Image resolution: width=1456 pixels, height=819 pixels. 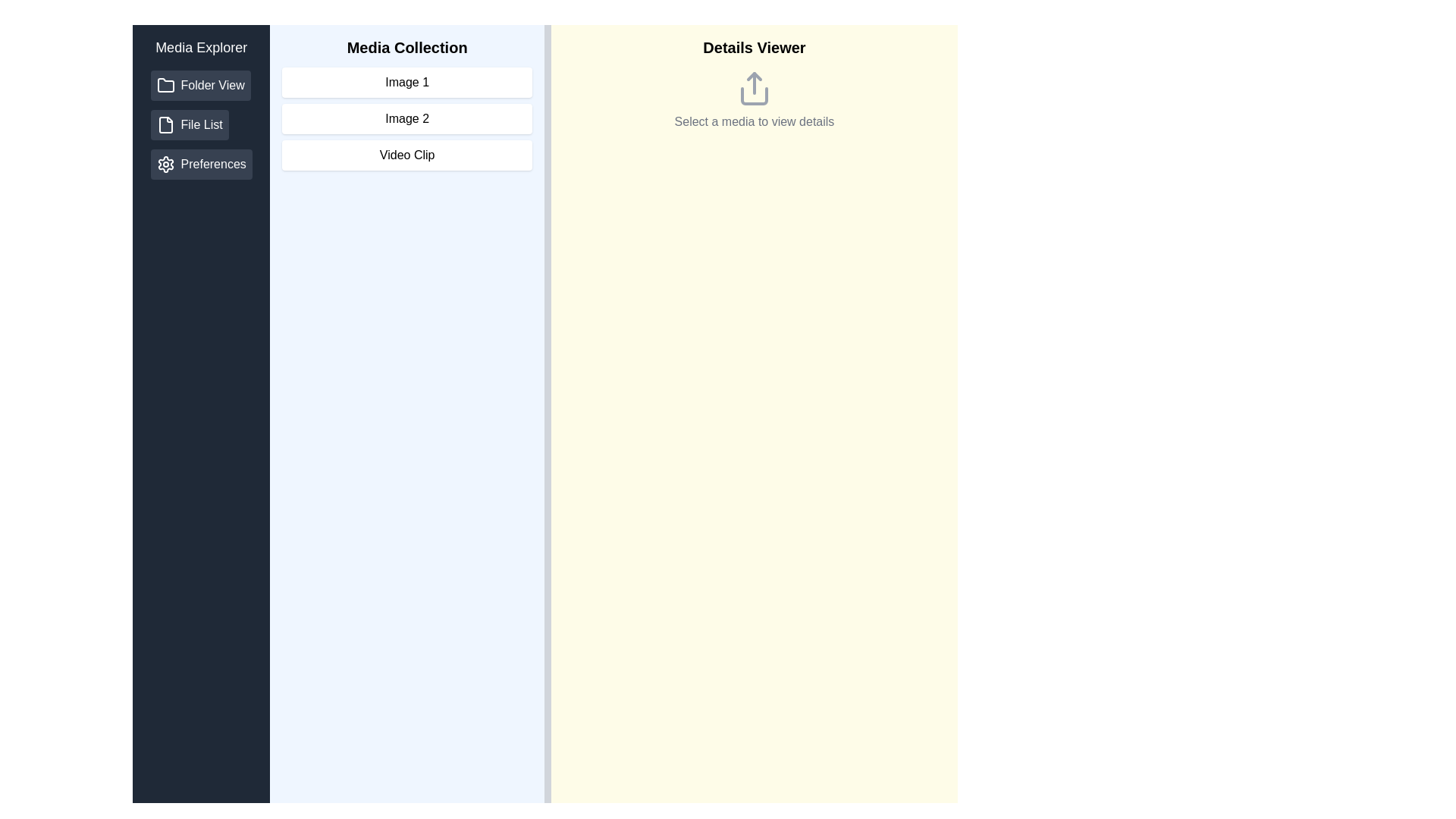 What do you see at coordinates (754, 121) in the screenshot?
I see `the static text label in the 'Details Viewer' section, located below the upward arrow icon, to guide users in selecting a media item` at bounding box center [754, 121].